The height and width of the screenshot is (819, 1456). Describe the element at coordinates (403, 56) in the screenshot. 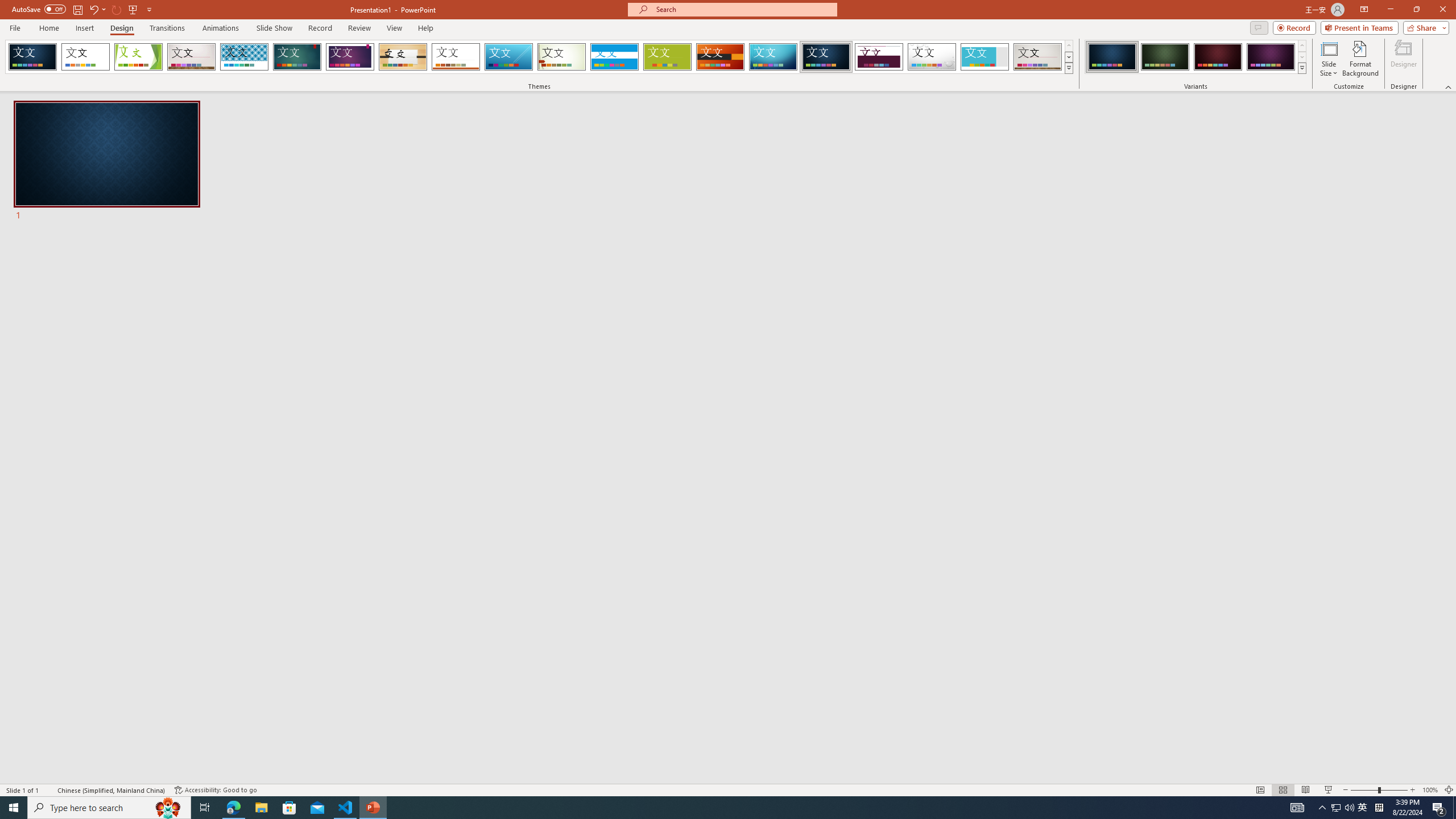

I see `'Organic Loading Preview...'` at that location.